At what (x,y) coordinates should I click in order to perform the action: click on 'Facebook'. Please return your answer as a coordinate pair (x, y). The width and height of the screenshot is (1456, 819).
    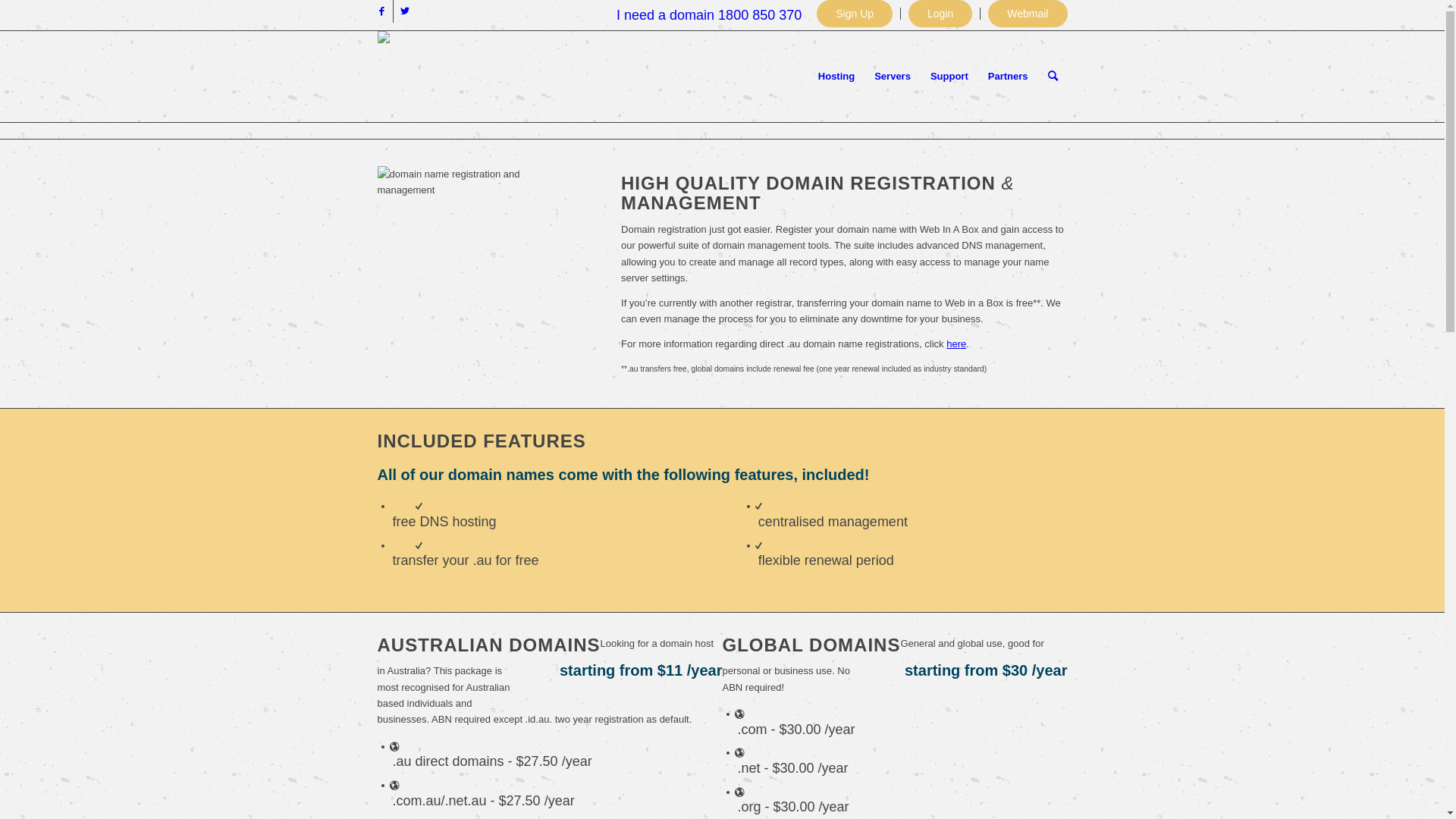
    Looking at the image, I should click on (381, 11).